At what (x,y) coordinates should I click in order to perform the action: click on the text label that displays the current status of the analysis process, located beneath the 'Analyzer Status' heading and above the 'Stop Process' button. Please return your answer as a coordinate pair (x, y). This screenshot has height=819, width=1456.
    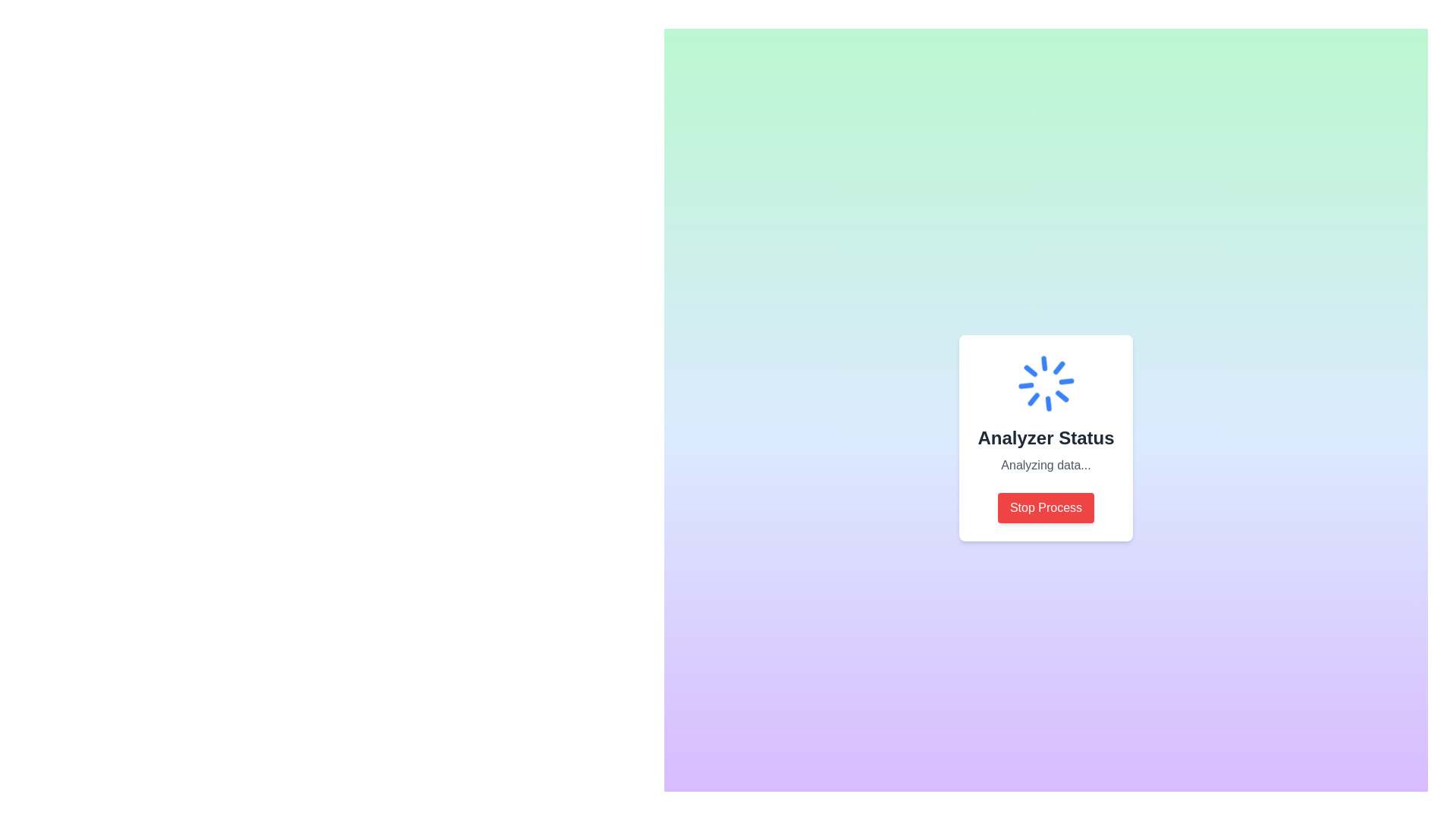
    Looking at the image, I should click on (1045, 464).